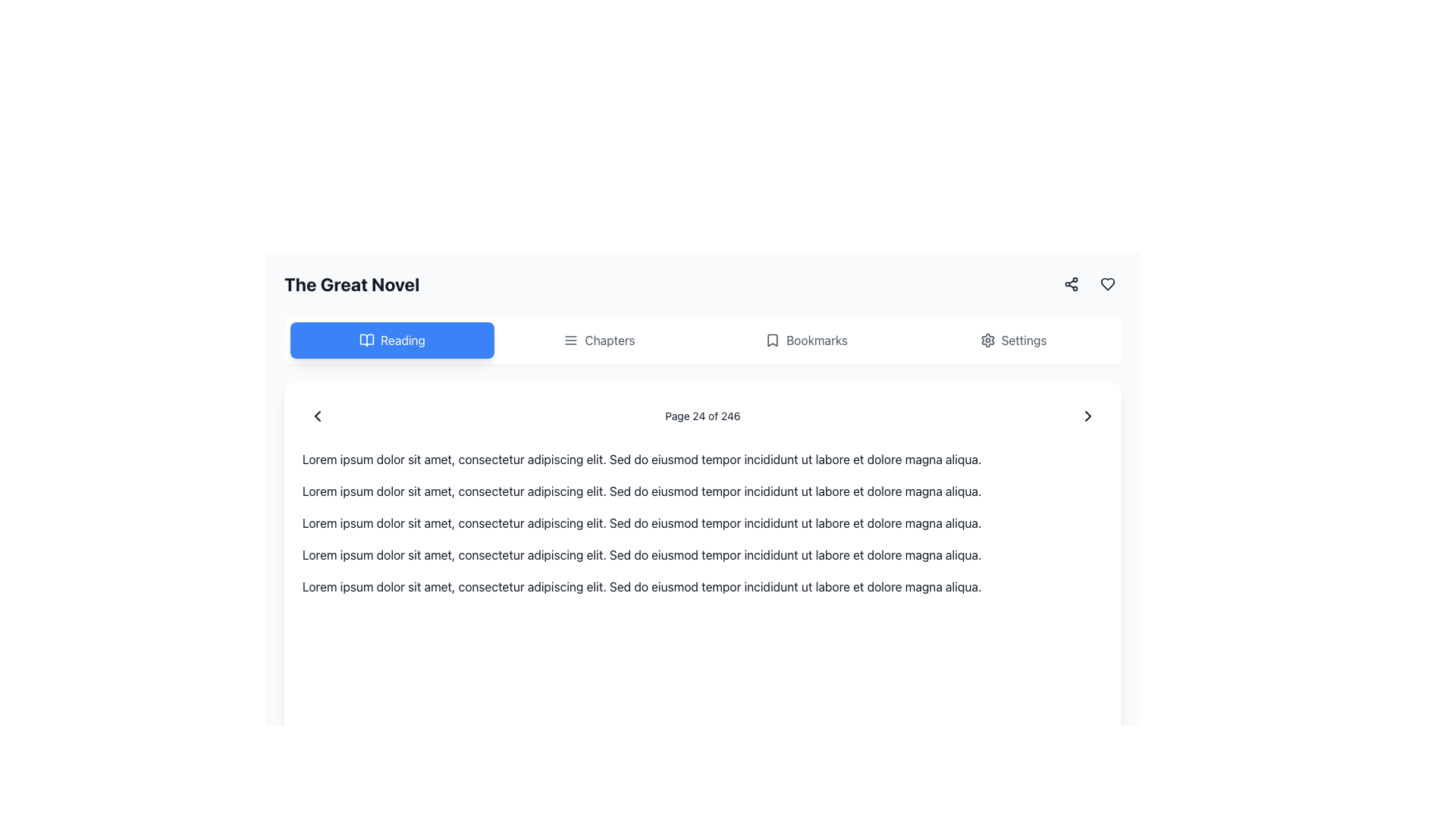 This screenshot has width=1456, height=819. Describe the element at coordinates (987, 339) in the screenshot. I see `the gear icon button located at the top right corner of the interface` at that location.